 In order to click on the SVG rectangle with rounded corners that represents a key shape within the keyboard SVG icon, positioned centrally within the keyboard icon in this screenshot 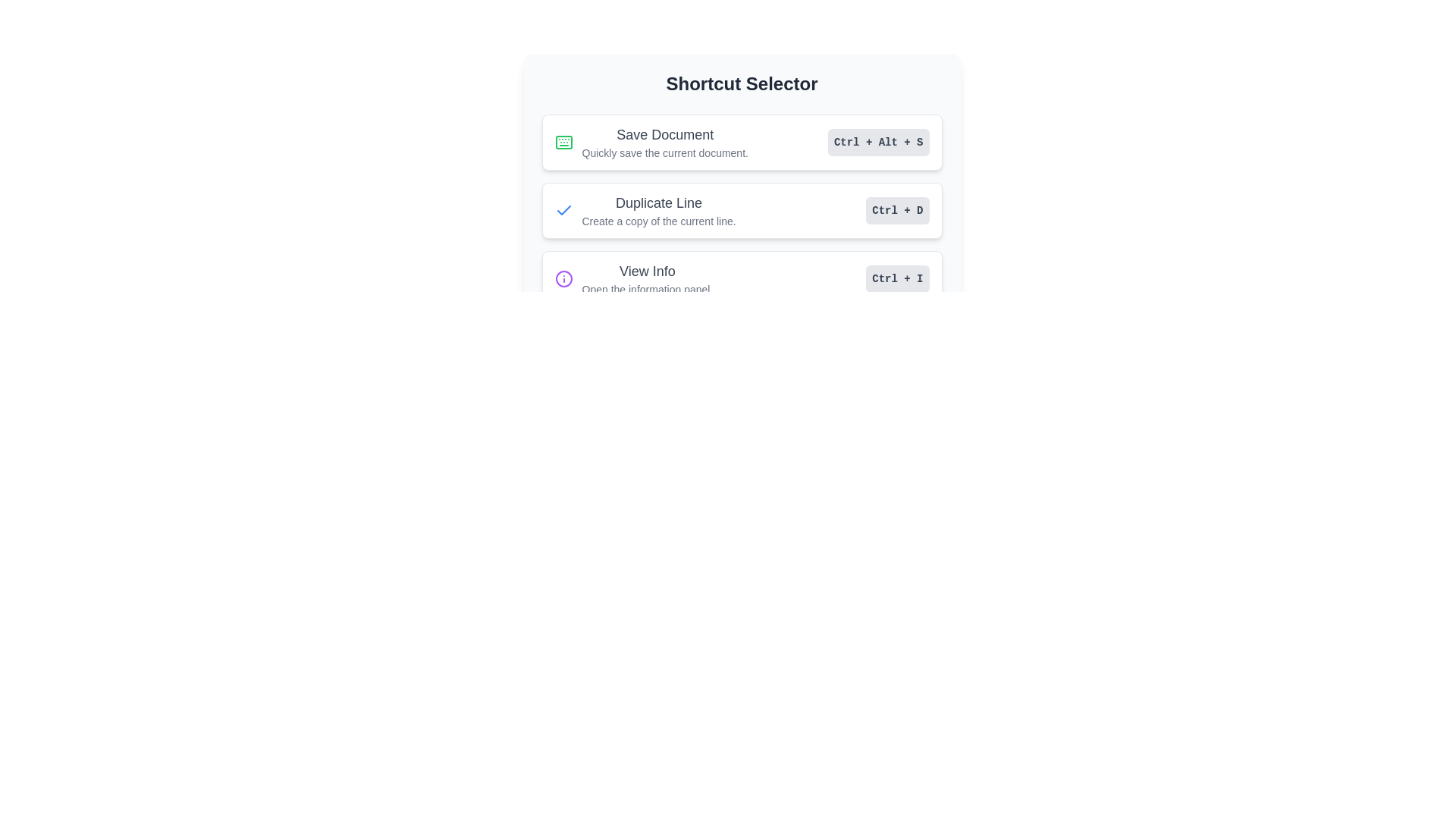, I will do `click(563, 143)`.